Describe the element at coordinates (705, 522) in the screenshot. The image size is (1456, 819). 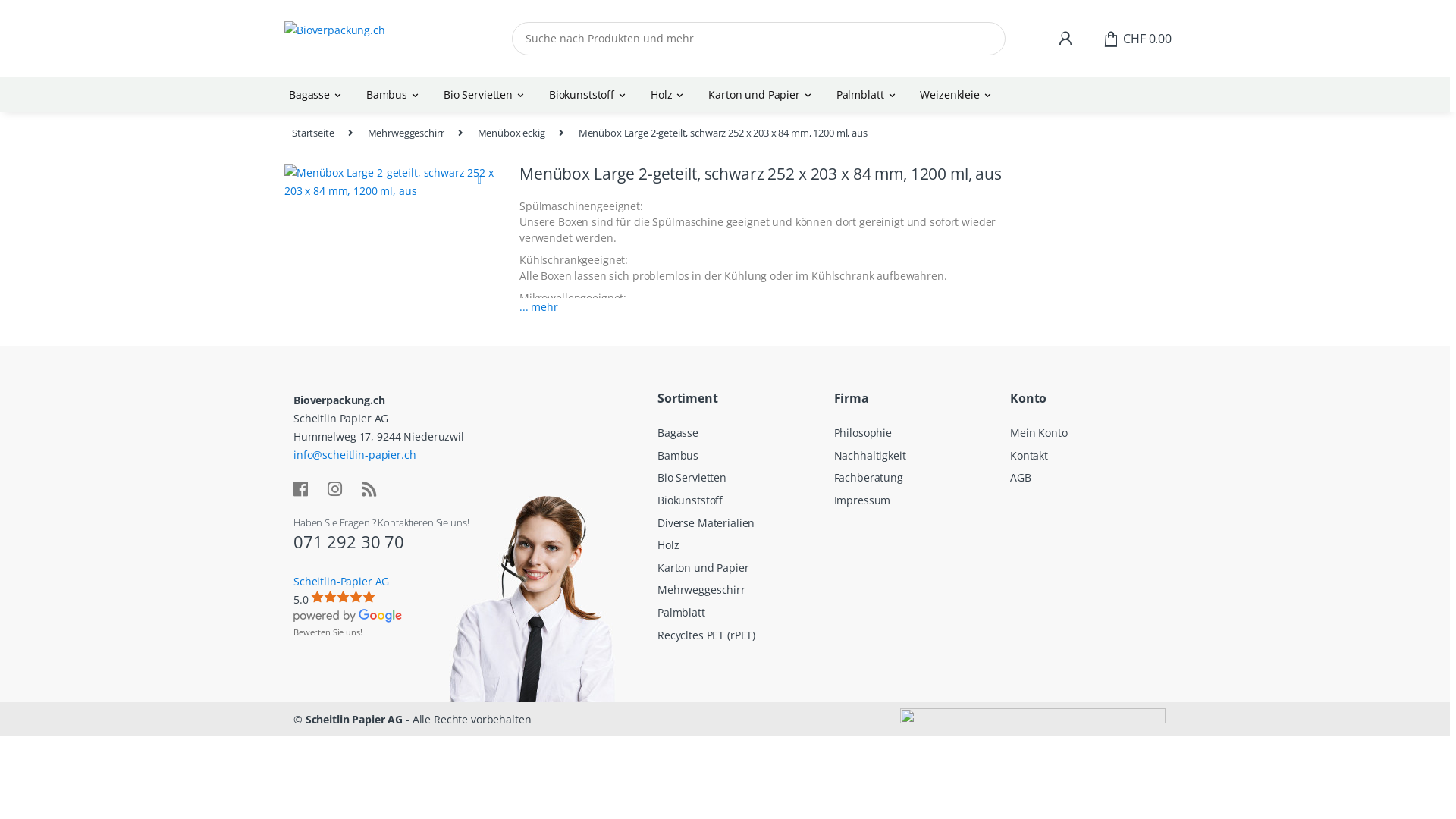
I see `'Diverse Materialien'` at that location.